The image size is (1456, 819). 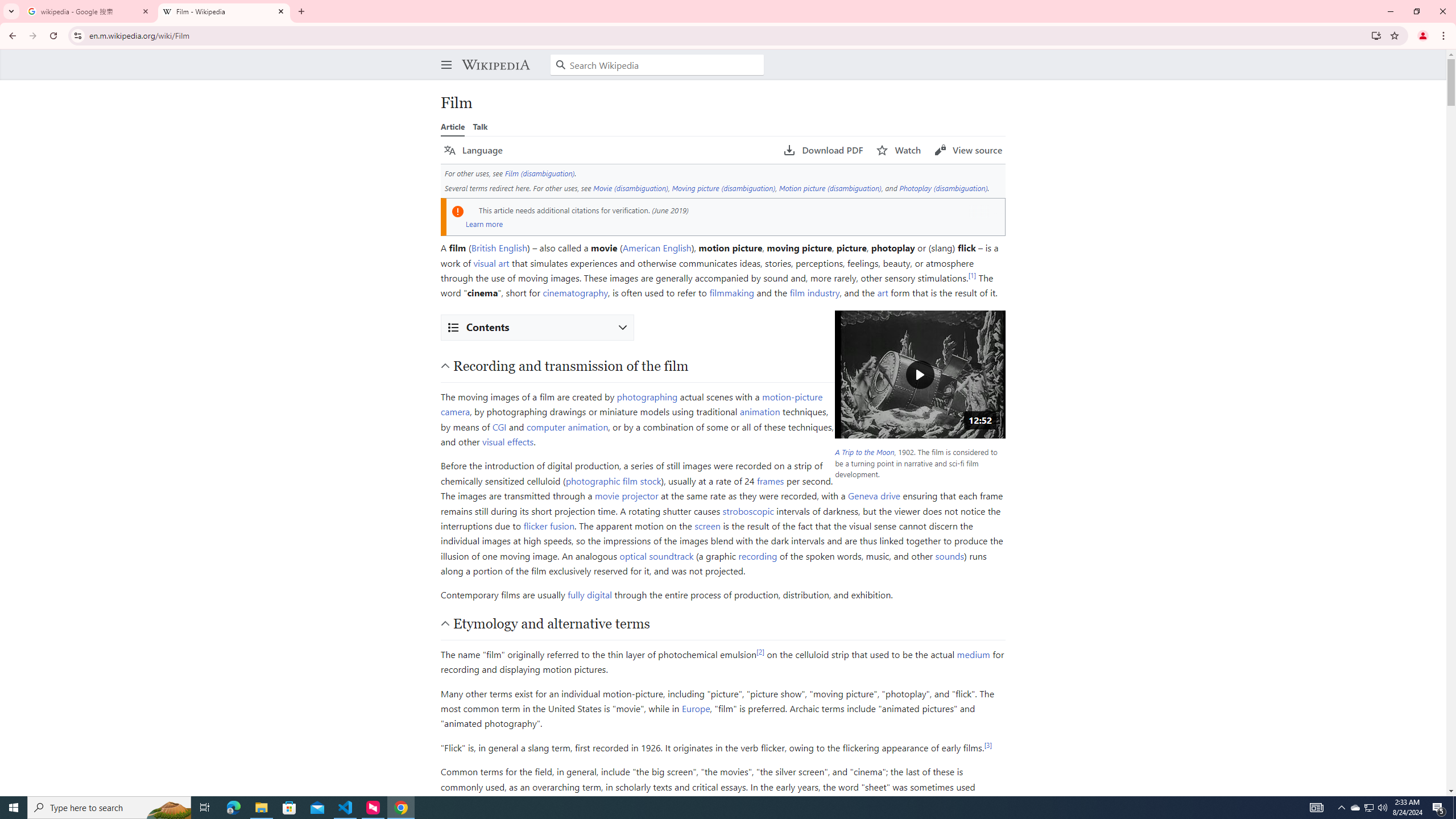 I want to click on 'filmmaking', so click(x=731, y=292).